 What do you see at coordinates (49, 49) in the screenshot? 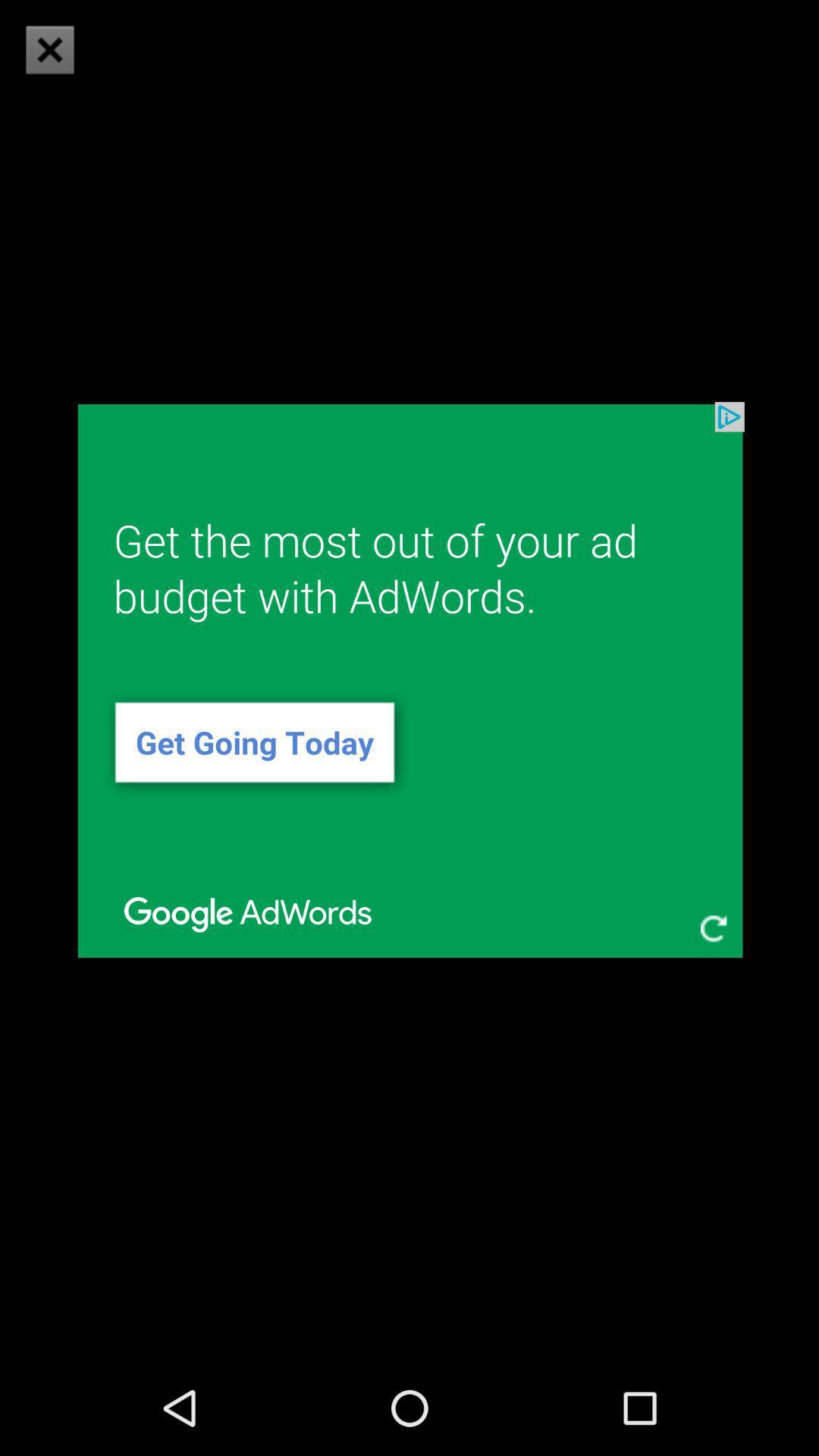
I see `the close icon` at bounding box center [49, 49].